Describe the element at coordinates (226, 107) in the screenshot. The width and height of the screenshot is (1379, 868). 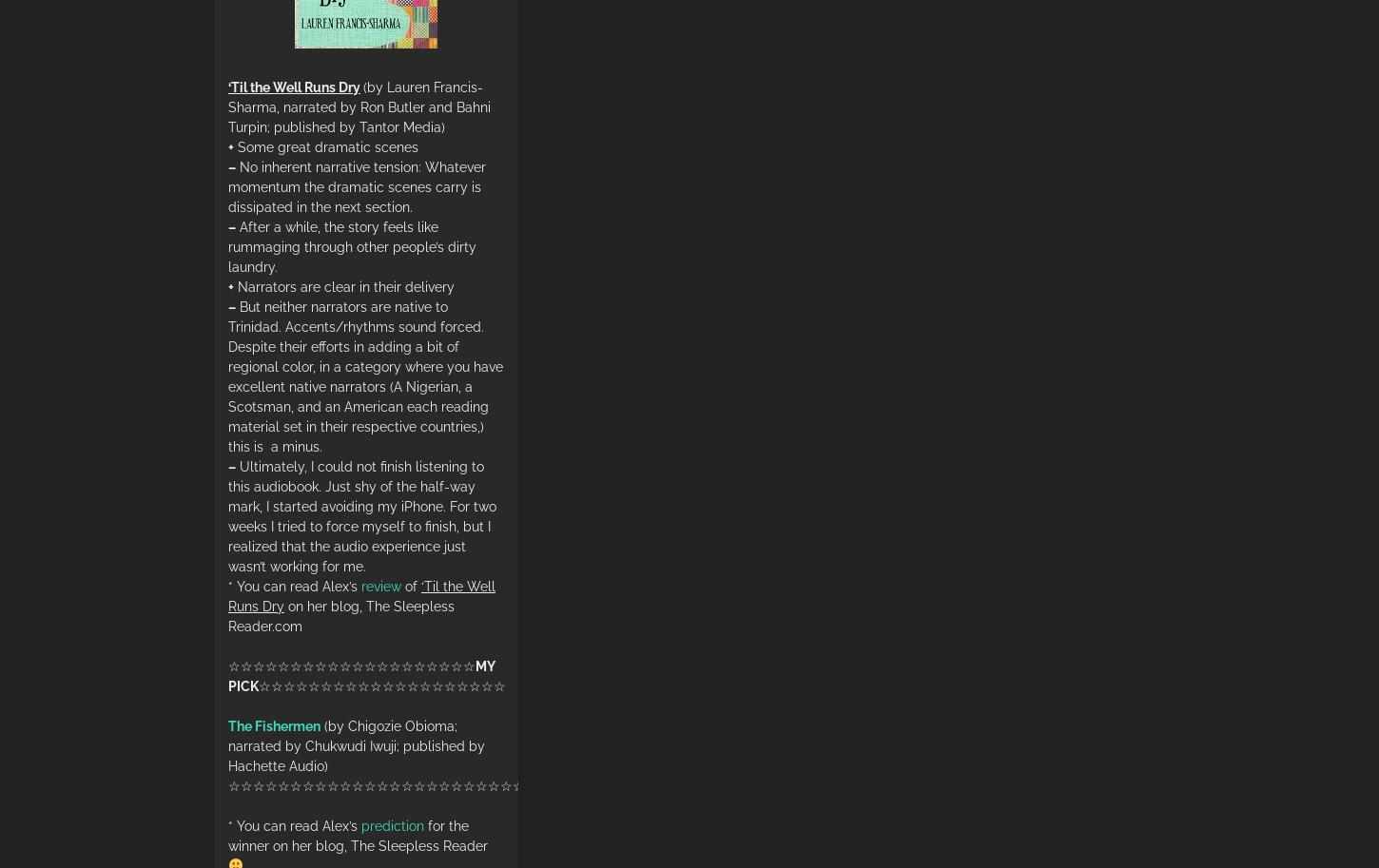
I see `'(by Lauren Francis-Sharma, narrated by Ron Butler and Bahni Turpin; published by Tantor Media)'` at that location.